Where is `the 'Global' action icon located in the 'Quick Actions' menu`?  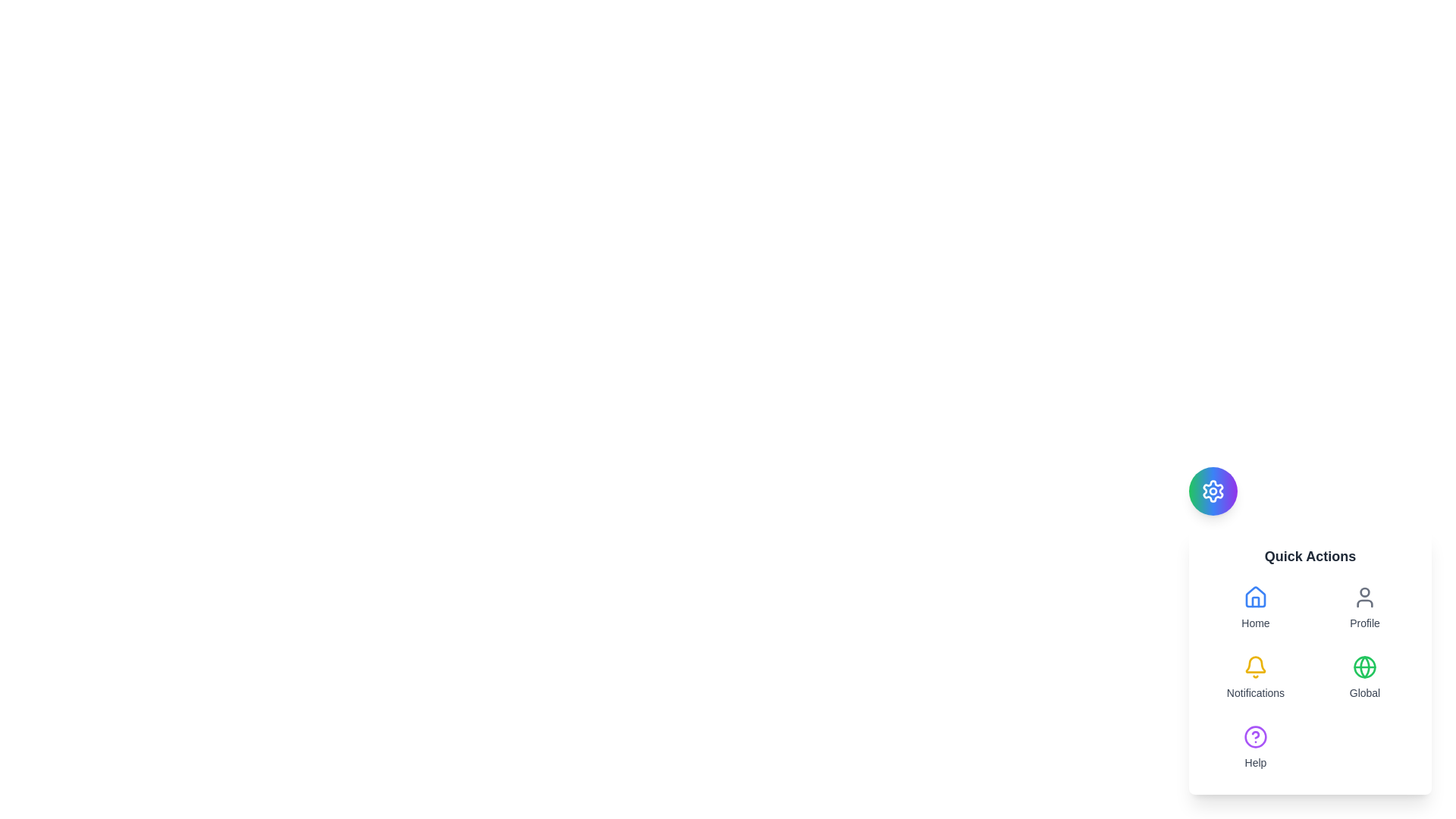
the 'Global' action icon located in the 'Quick Actions' menu is located at coordinates (1365, 666).